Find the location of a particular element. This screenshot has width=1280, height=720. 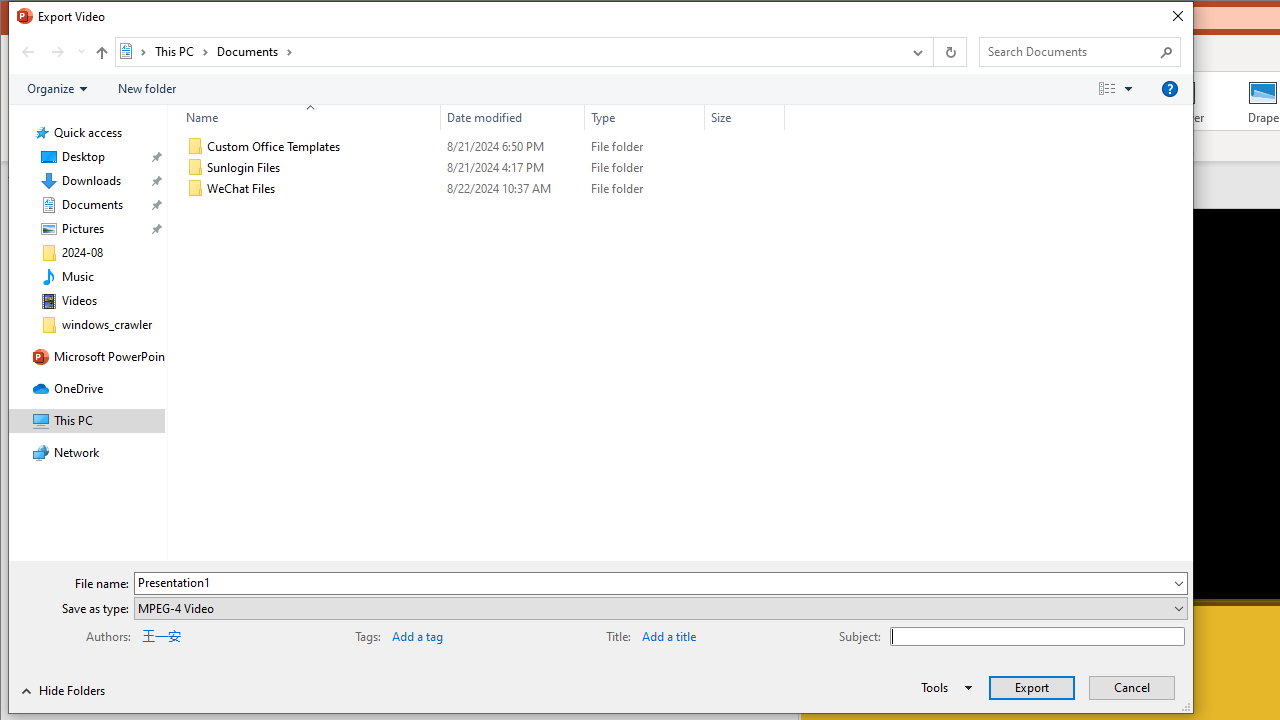

'Recent locations' is located at coordinates (80, 50).